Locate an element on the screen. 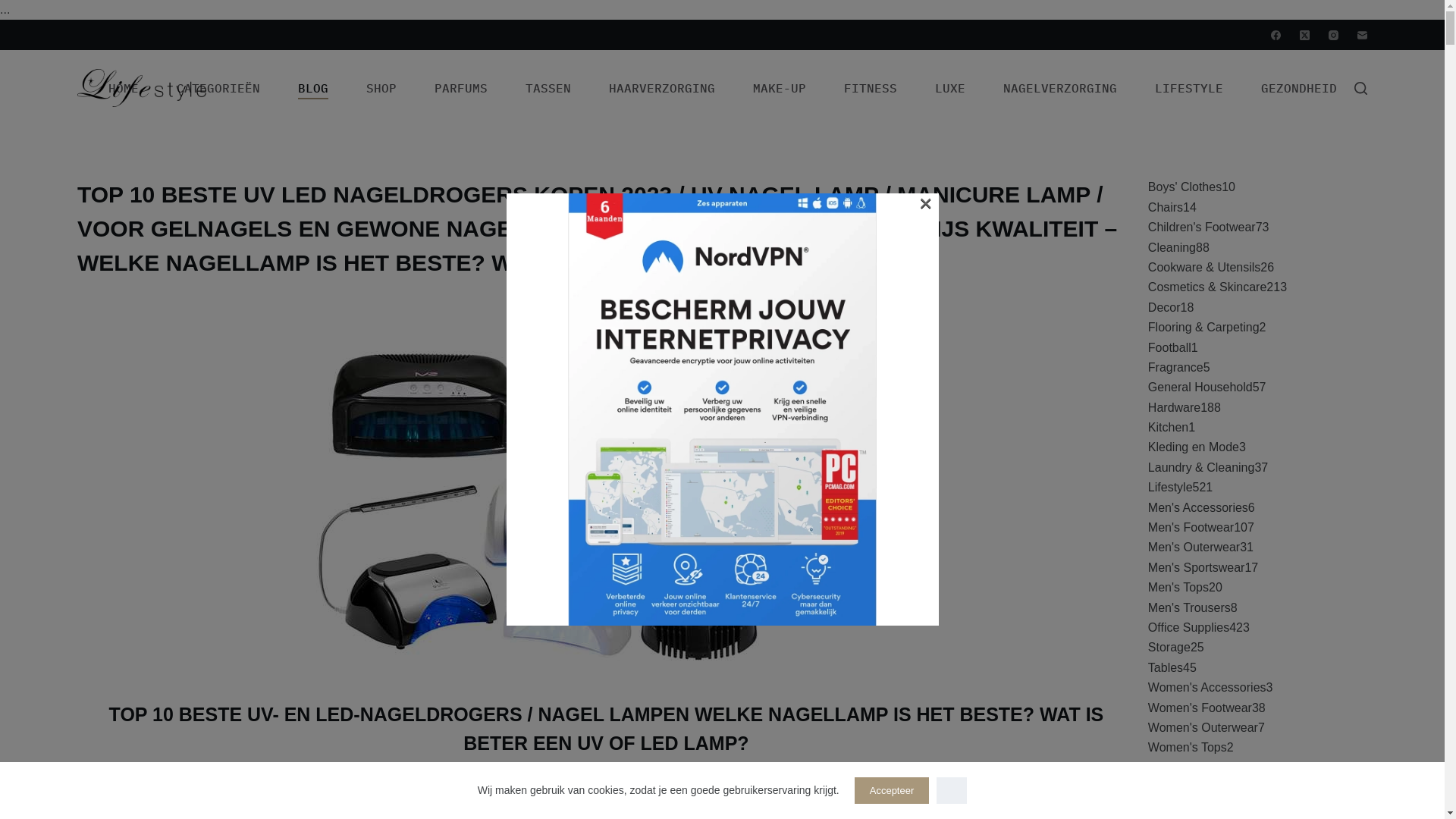 Image resolution: width=1456 pixels, height=819 pixels. 'Men's Footwear' is located at coordinates (1190, 526).